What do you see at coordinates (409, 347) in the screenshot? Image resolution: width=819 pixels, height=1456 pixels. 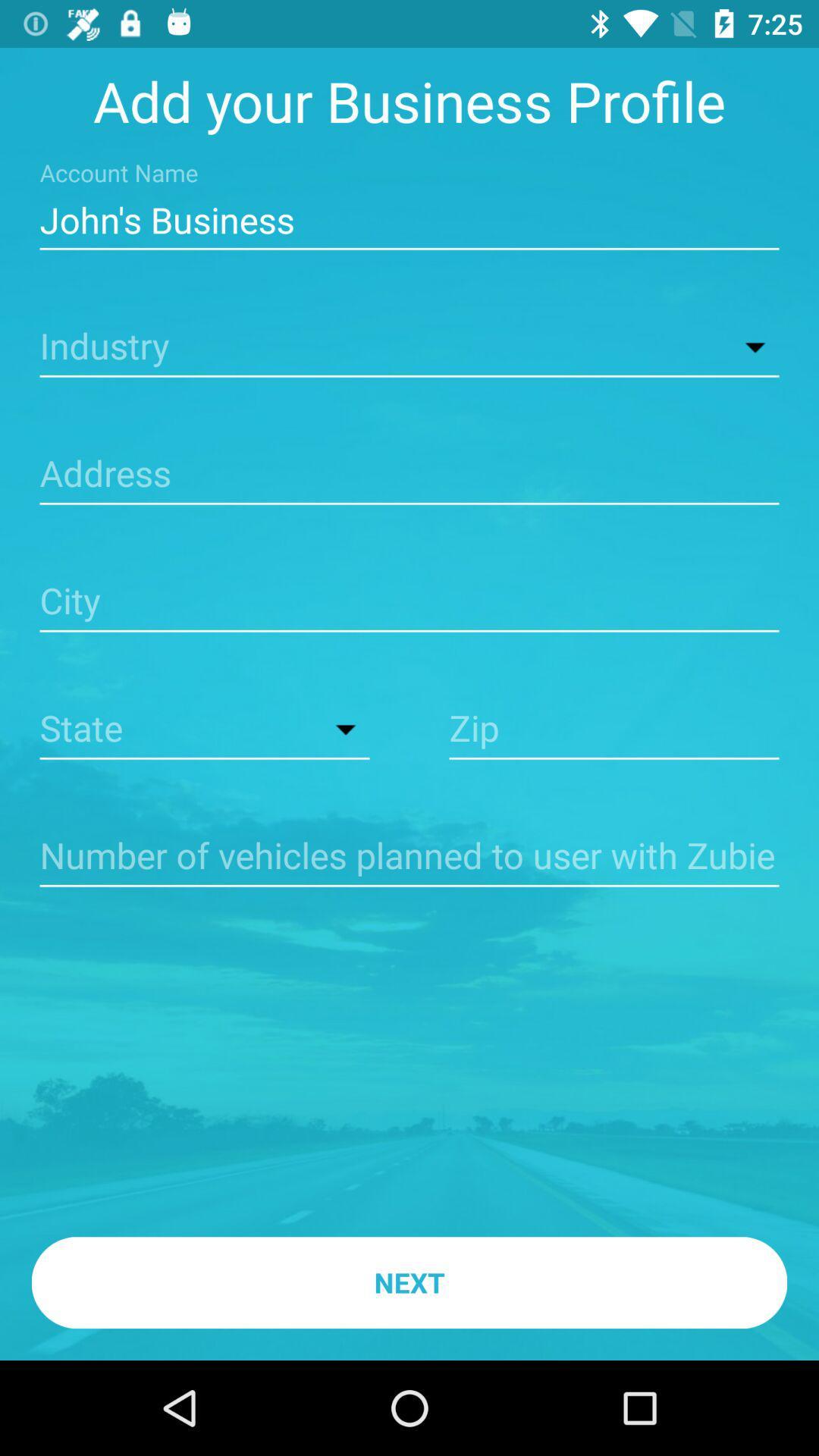 I see `sub menu entry` at bounding box center [409, 347].